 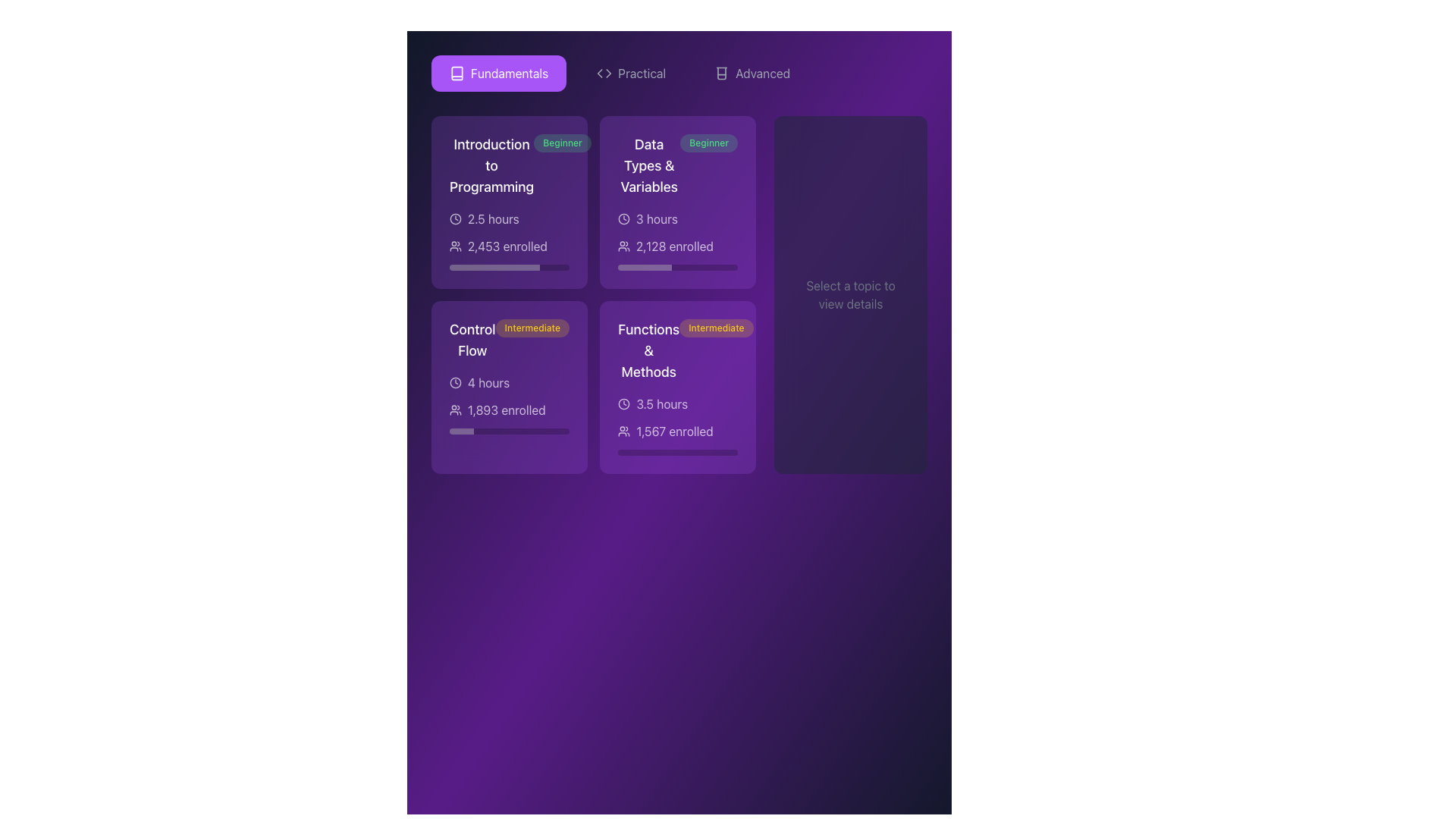 I want to click on the Label containing '4 hours' and '1,893 enrolled' with icons, located at the bottom of the 'Control Flow' card in the second column and first row of the grid layout, so click(x=510, y=403).